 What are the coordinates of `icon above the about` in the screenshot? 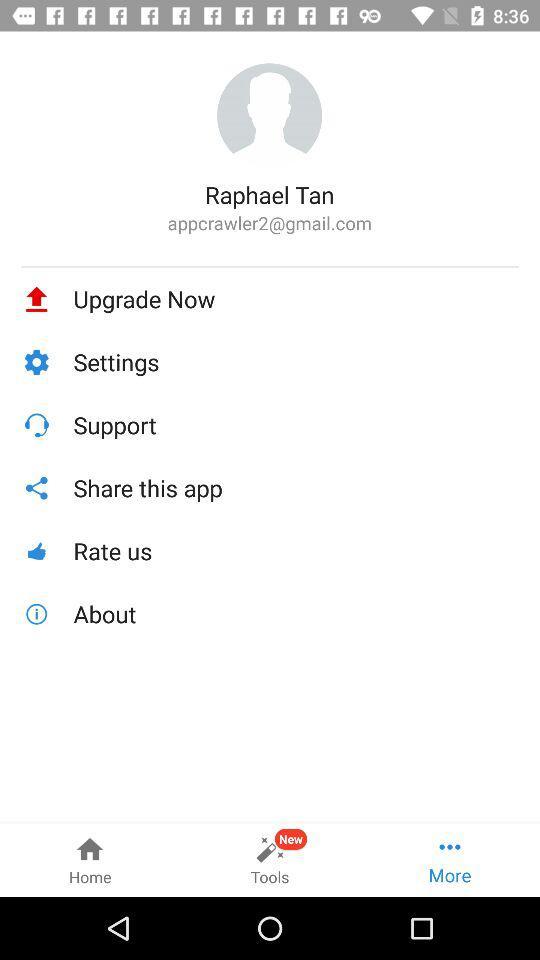 It's located at (295, 551).